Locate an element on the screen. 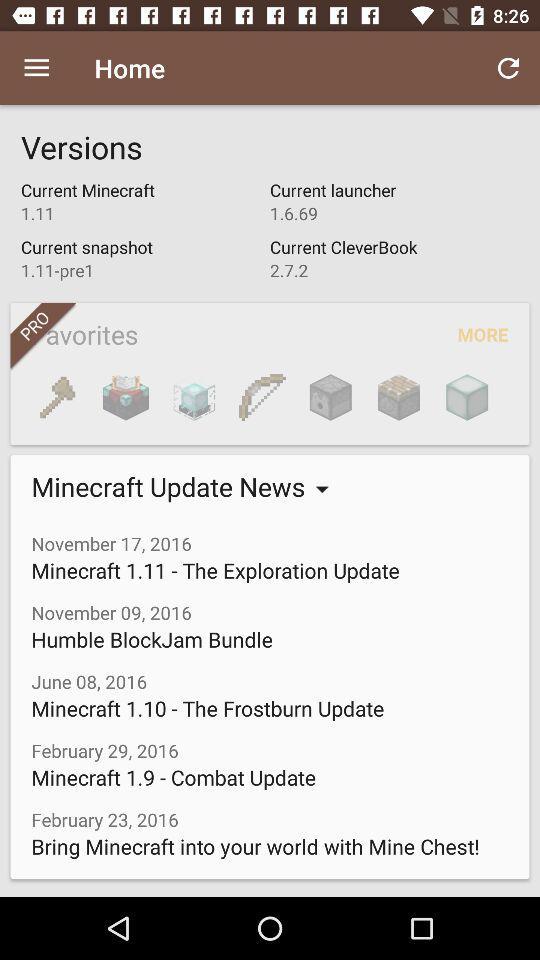 The height and width of the screenshot is (960, 540). the item above november 17, 2016 item is located at coordinates (399, 396).